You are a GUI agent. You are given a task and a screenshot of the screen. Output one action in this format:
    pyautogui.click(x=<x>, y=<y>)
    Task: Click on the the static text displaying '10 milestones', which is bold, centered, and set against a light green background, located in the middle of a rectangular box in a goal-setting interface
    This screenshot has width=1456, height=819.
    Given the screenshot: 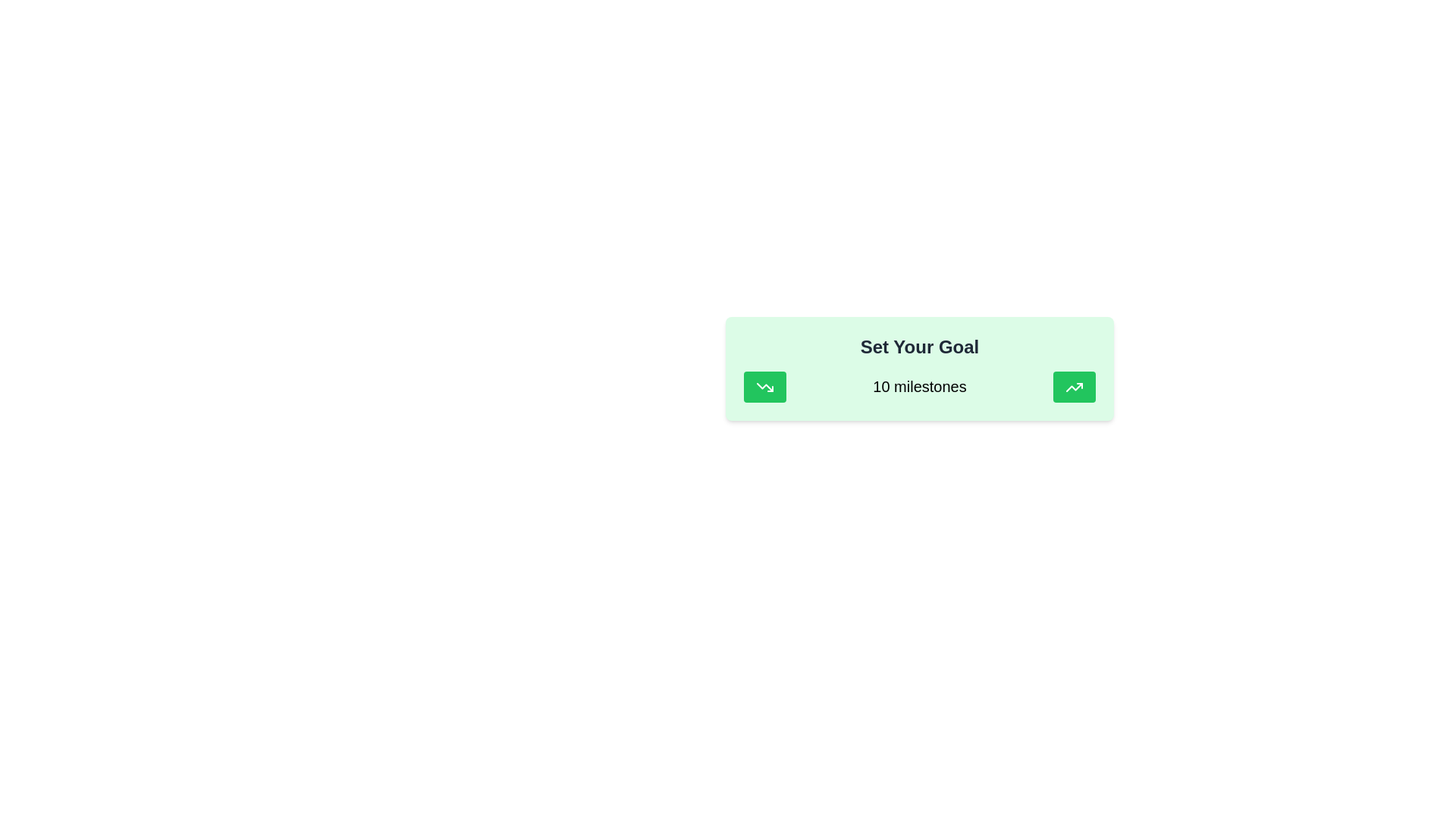 What is the action you would take?
    pyautogui.click(x=919, y=385)
    